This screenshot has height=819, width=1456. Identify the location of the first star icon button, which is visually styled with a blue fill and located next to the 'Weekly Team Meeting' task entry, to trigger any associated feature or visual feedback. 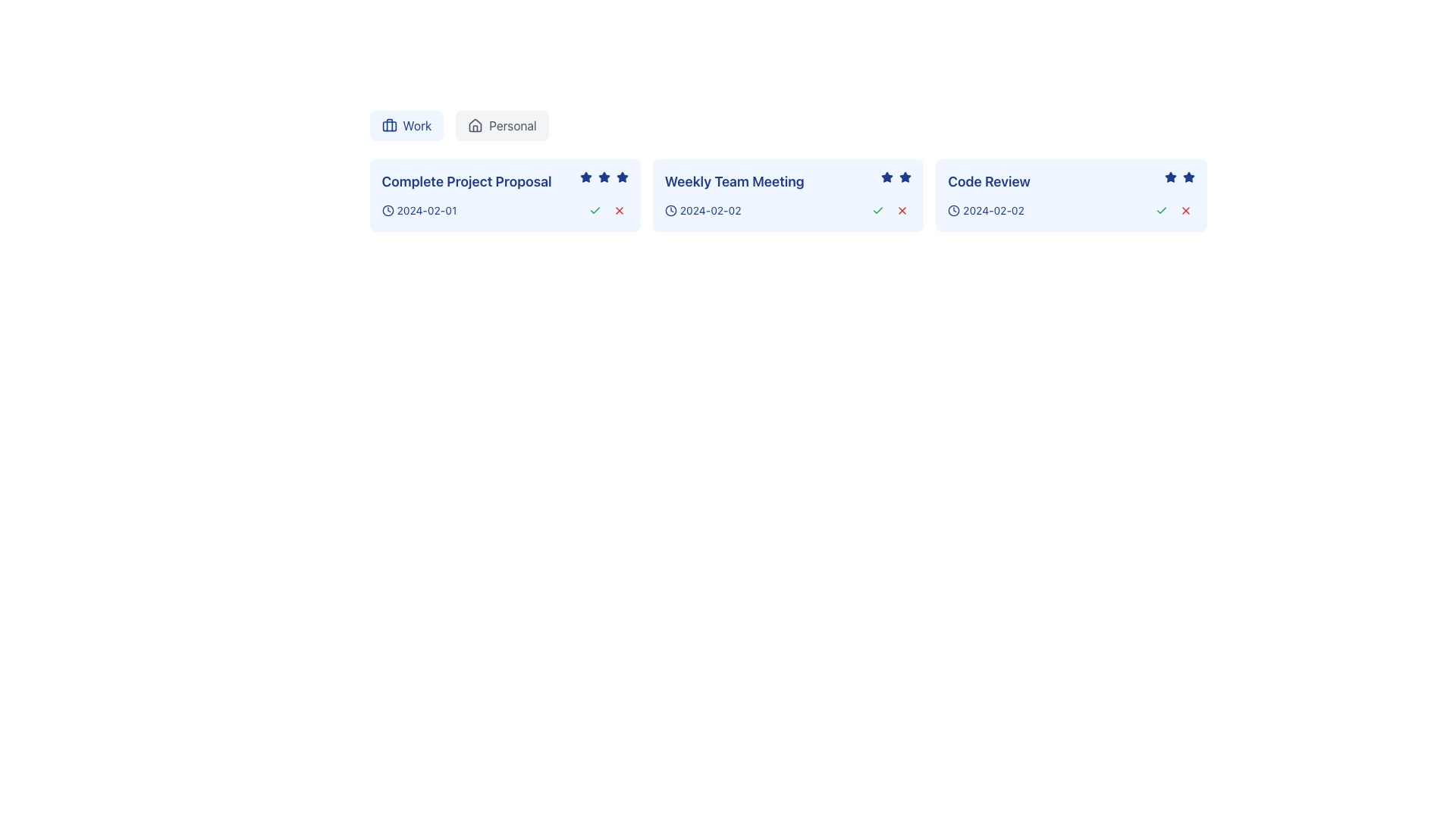
(887, 177).